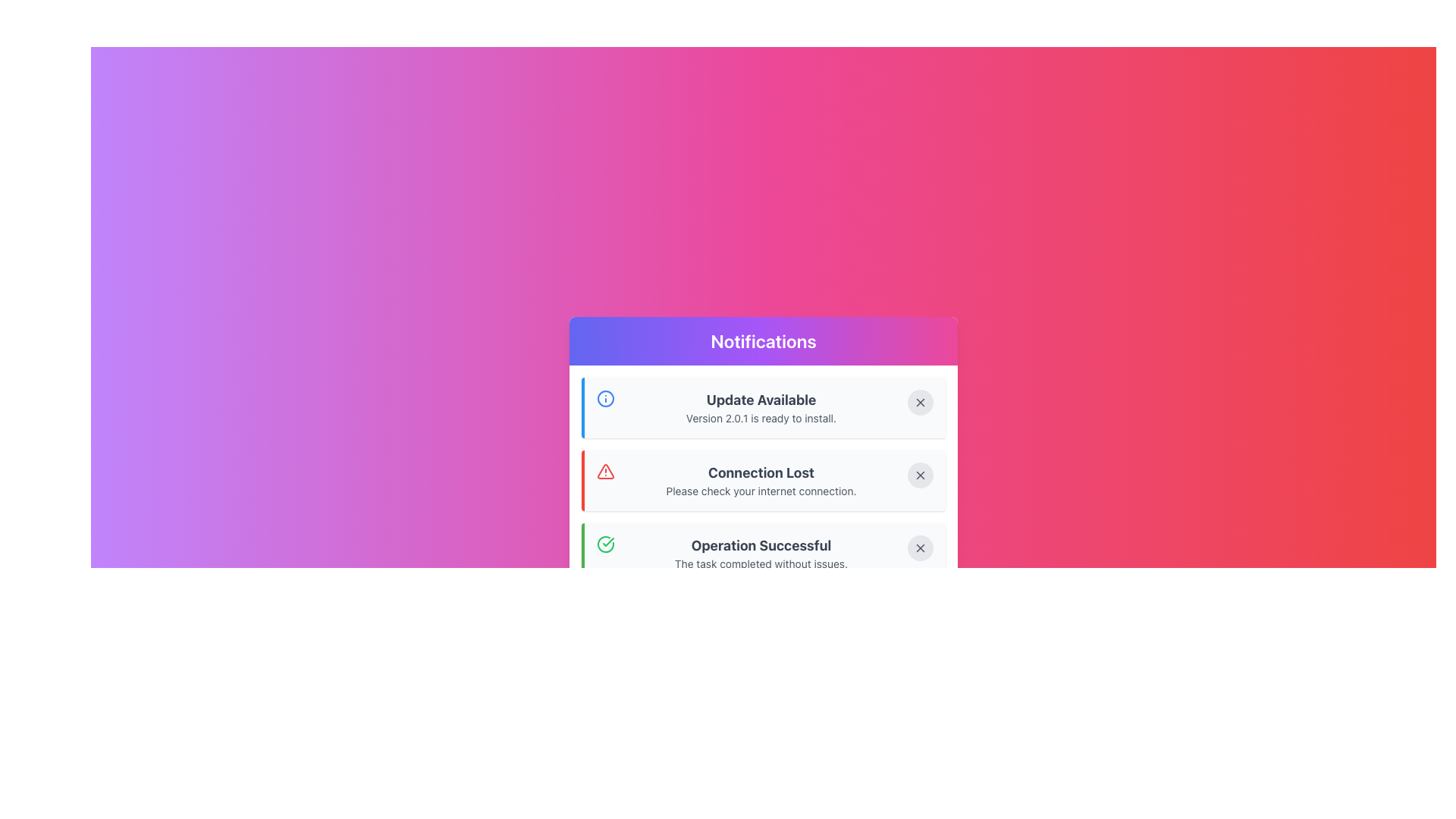  I want to click on the small 'X' icon inside the circular button on the right side of the 'Connection Lost' notification, so click(920, 475).